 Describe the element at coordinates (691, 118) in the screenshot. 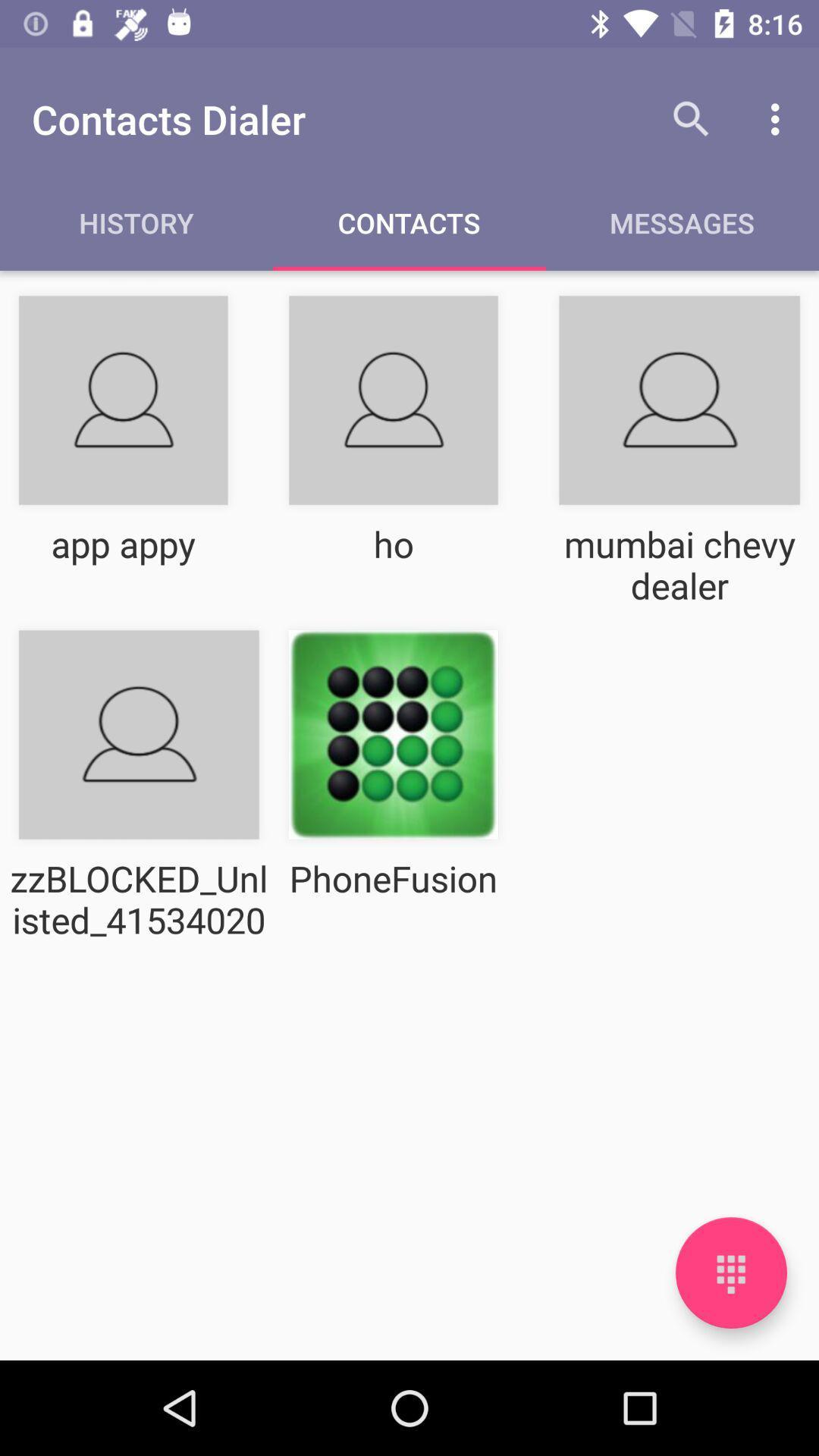

I see `the item above the messages` at that location.